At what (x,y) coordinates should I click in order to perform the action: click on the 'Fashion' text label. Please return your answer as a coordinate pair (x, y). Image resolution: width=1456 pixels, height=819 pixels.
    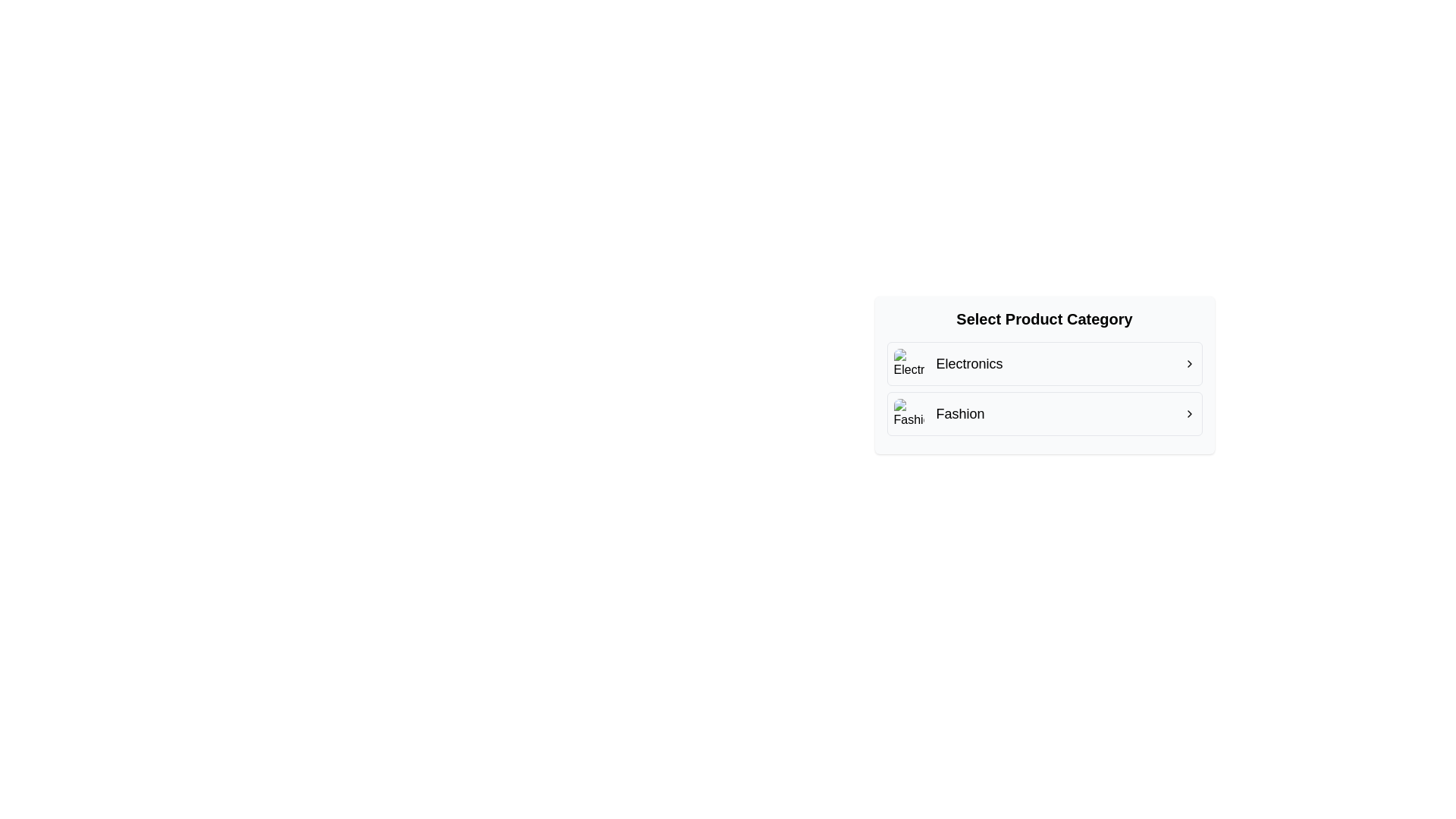
    Looking at the image, I should click on (959, 414).